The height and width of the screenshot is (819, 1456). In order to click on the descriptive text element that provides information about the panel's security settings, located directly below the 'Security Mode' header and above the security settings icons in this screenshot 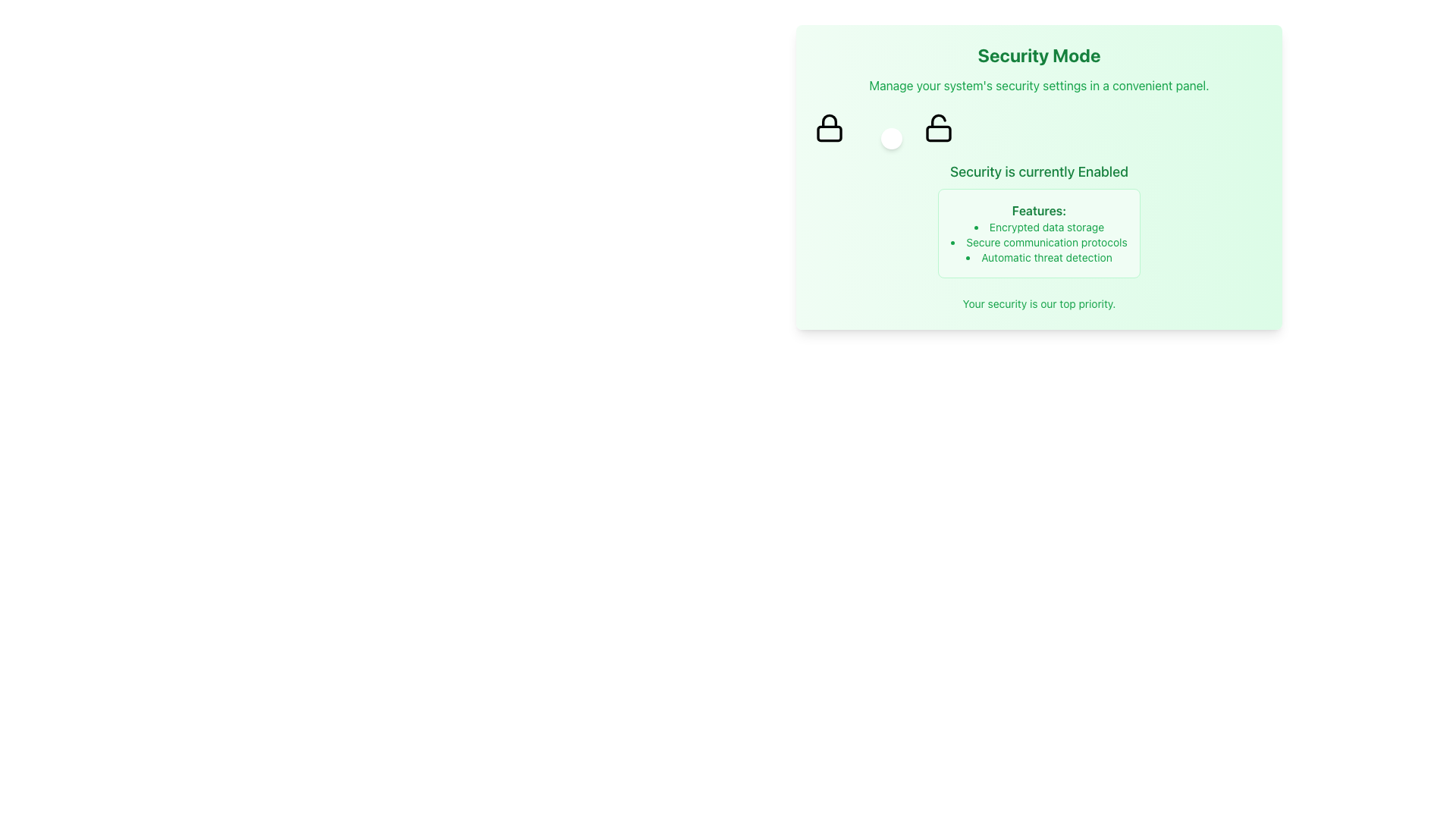, I will do `click(1038, 85)`.